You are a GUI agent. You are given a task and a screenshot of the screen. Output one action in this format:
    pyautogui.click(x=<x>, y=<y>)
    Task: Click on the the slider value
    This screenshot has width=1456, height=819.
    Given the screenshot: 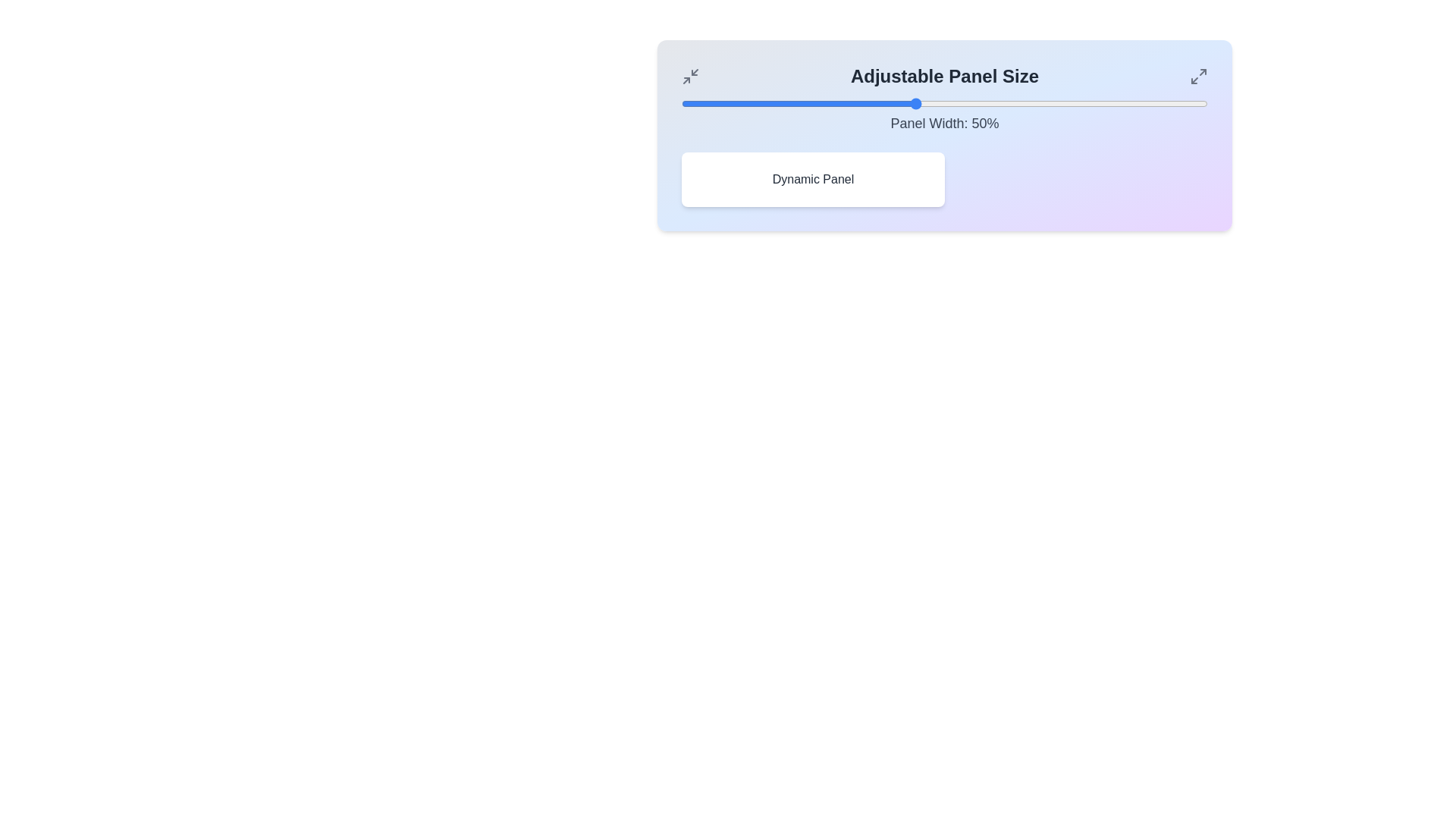 What is the action you would take?
    pyautogui.click(x=1120, y=103)
    